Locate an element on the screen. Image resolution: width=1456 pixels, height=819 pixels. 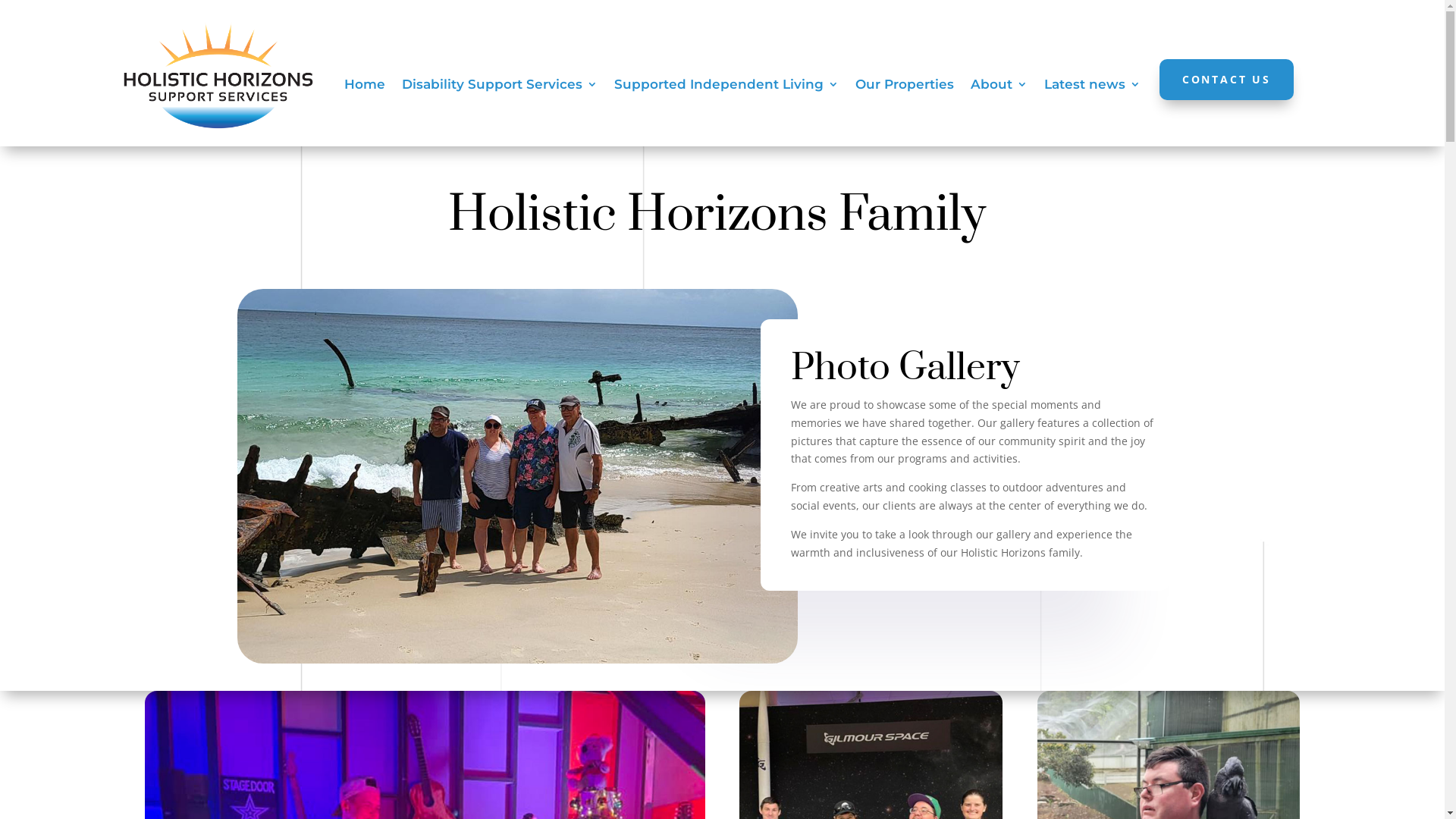
'CONTACT US' is located at coordinates (1226, 79).